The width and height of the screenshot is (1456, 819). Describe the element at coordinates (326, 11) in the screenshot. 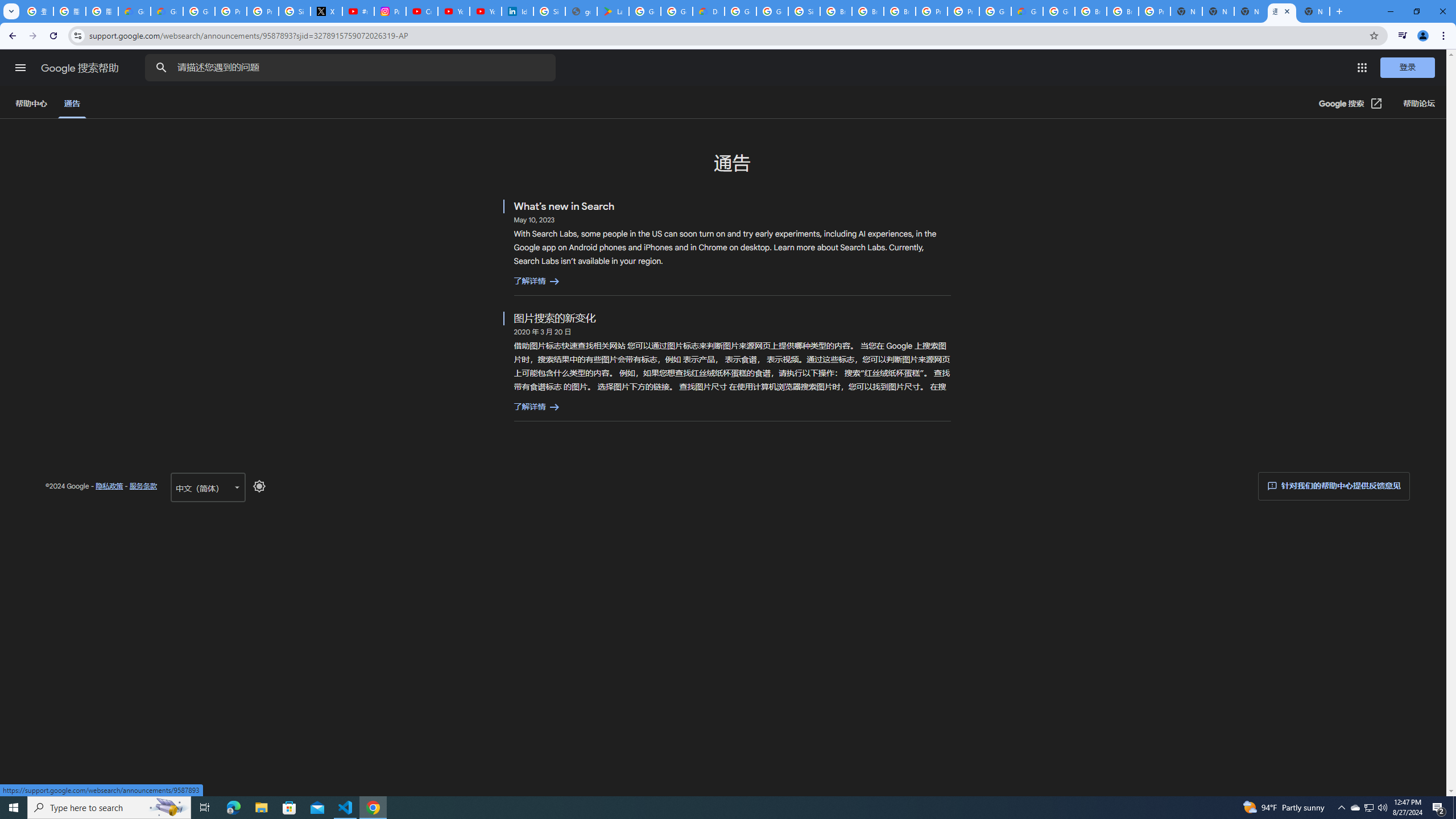

I see `'X'` at that location.